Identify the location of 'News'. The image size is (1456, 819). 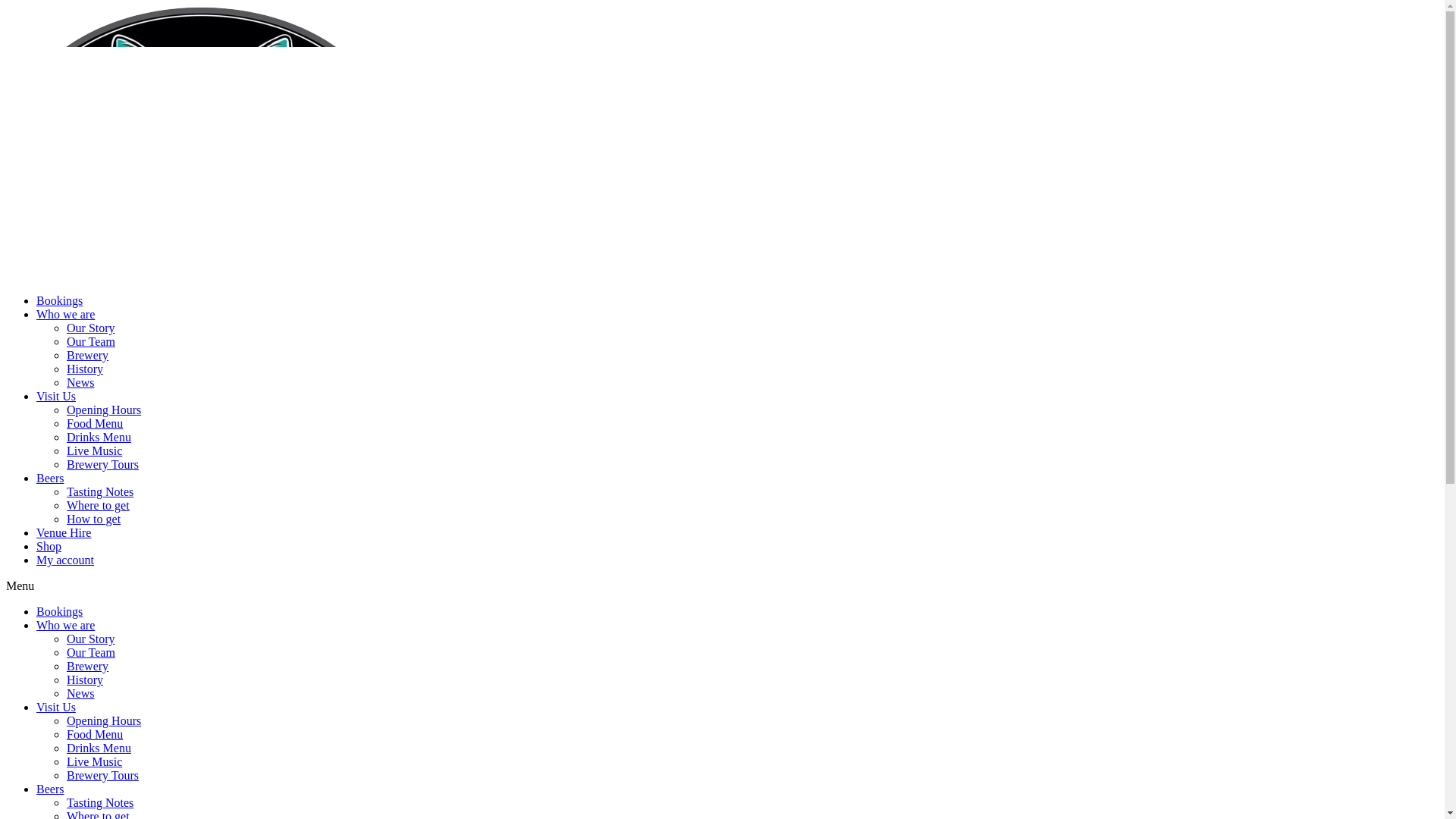
(79, 381).